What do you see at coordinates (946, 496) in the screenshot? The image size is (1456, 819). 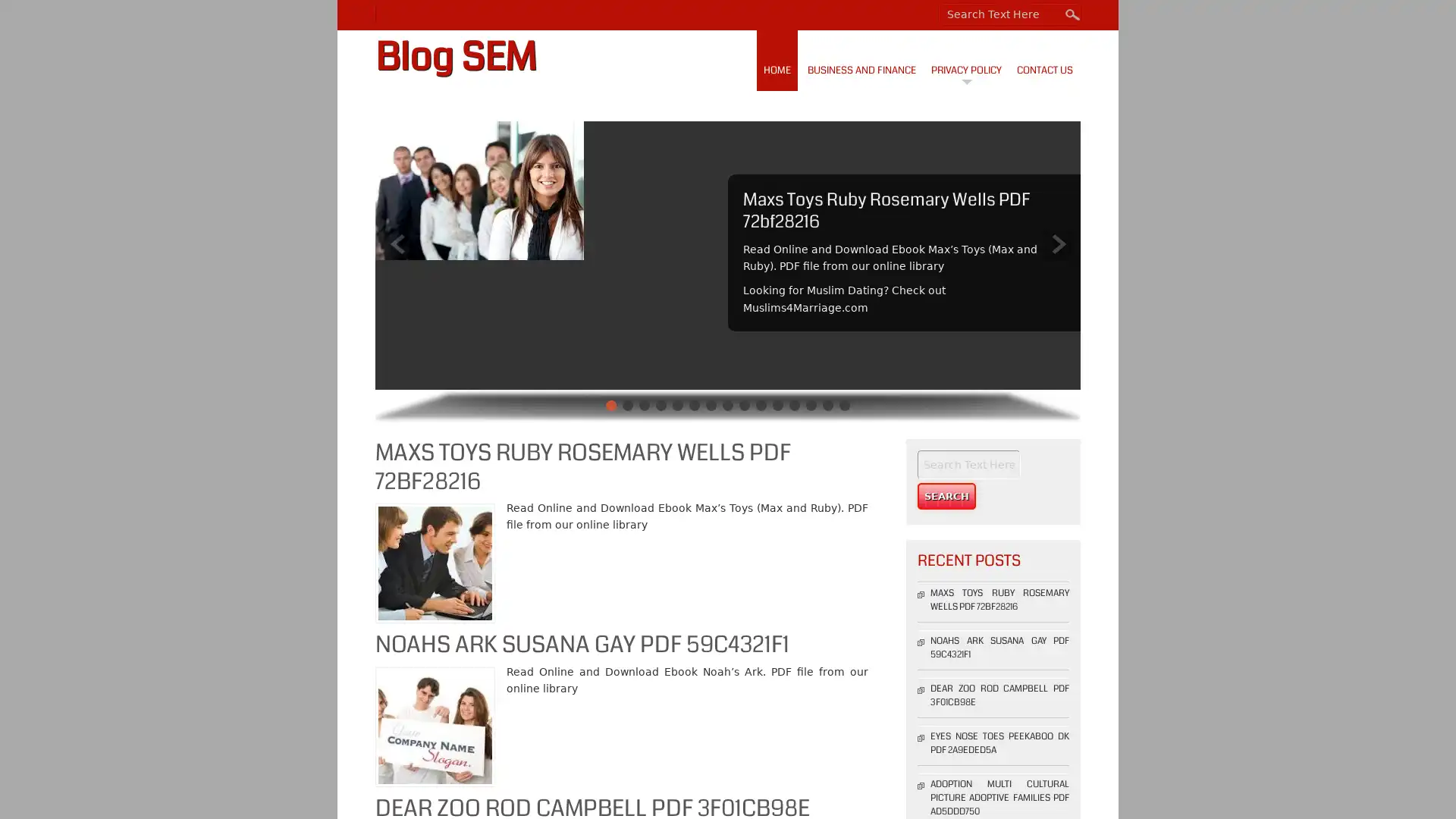 I see `Search` at bounding box center [946, 496].